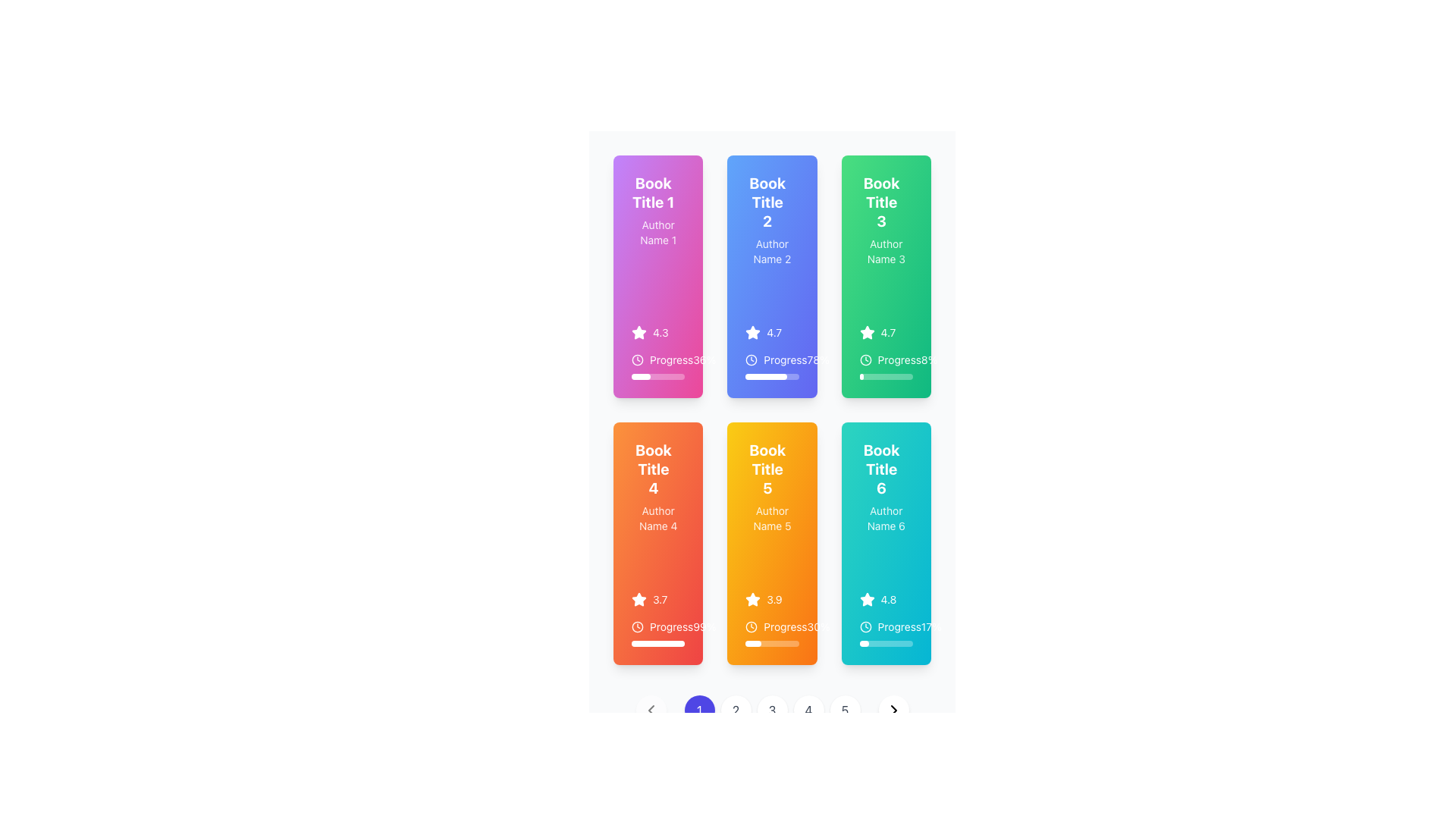 The height and width of the screenshot is (819, 1456). I want to click on the Text with Icon Group that consists of a clock icon and the text 'Progress', located within the orange card labeled 'Book Title 4', positioned towards the bottom of the card, slightly above a progress bar, so click(662, 626).